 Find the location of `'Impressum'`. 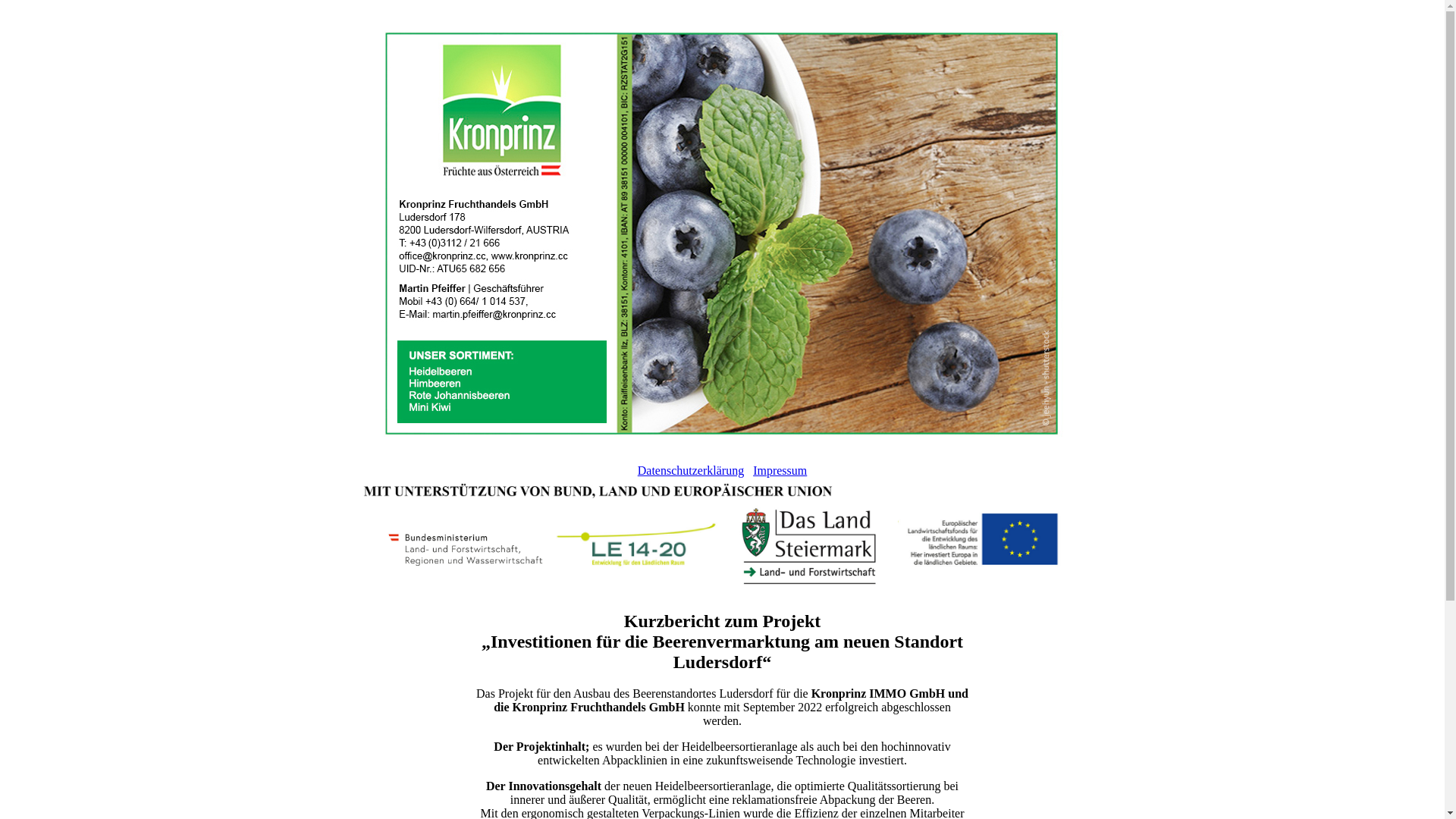

'Impressum' is located at coordinates (780, 469).